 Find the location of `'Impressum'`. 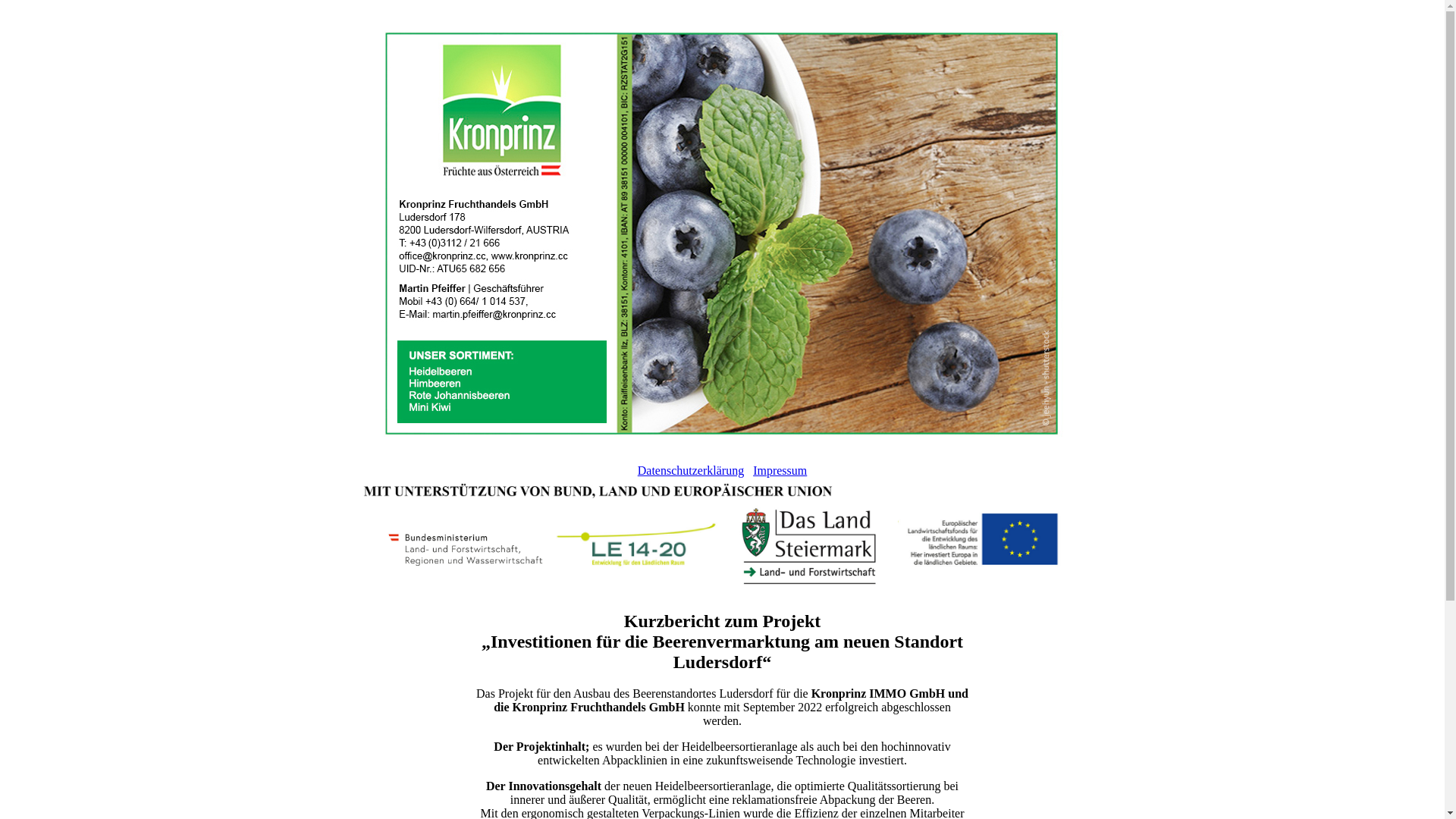

'Impressum' is located at coordinates (780, 469).